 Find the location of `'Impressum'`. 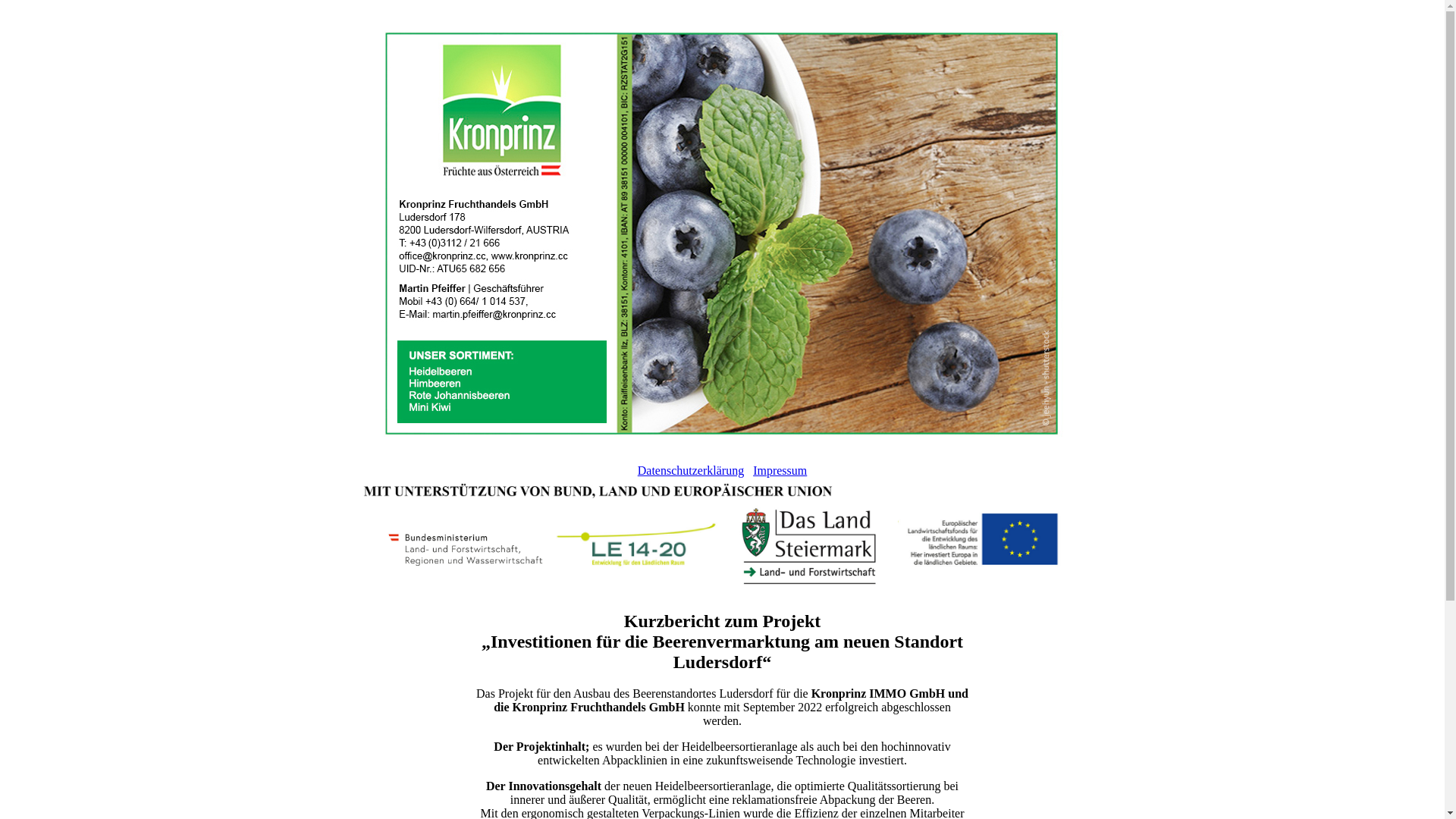

'Impressum' is located at coordinates (780, 469).